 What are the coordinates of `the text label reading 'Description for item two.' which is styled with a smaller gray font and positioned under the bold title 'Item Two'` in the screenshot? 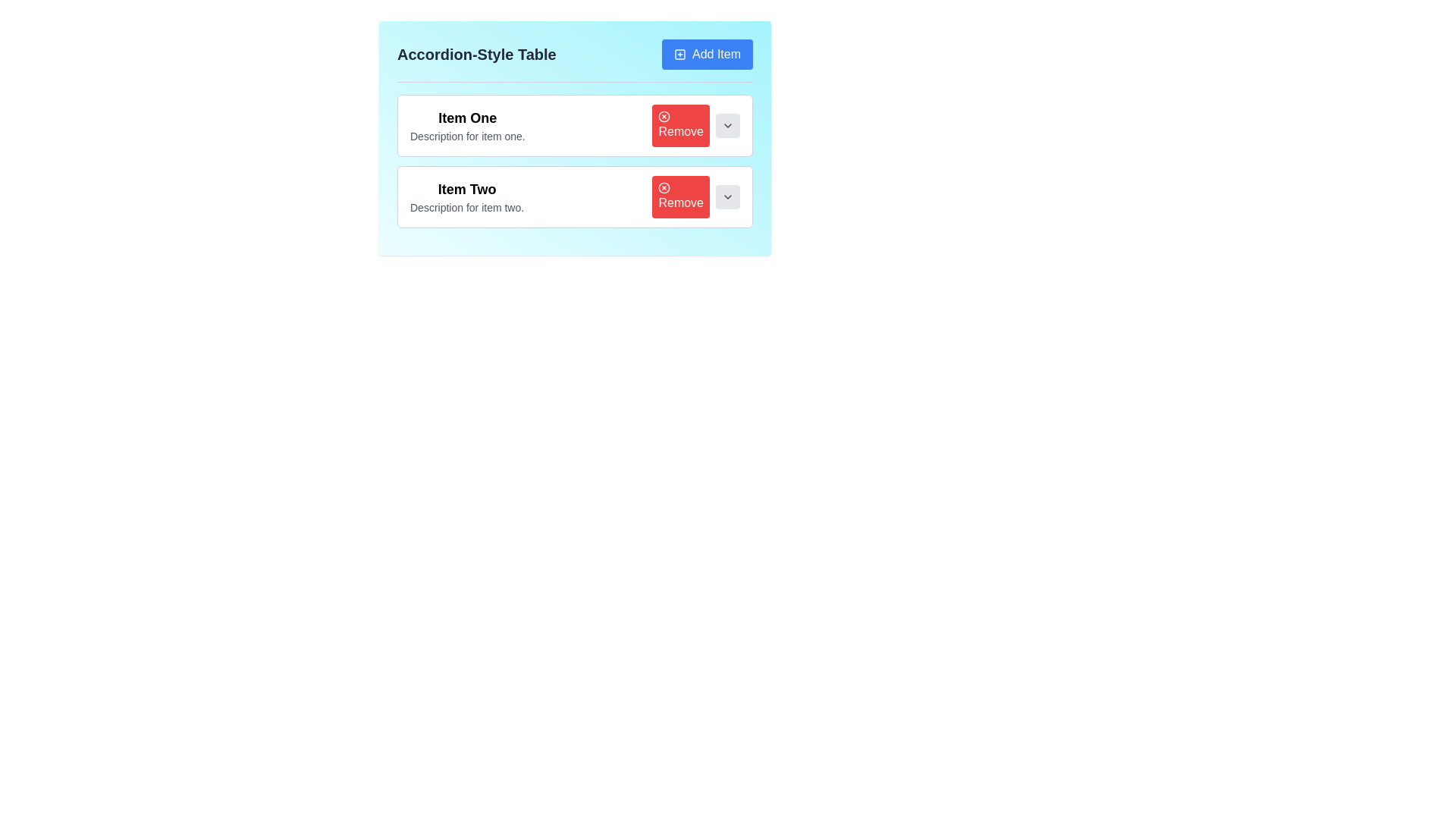 It's located at (466, 207).